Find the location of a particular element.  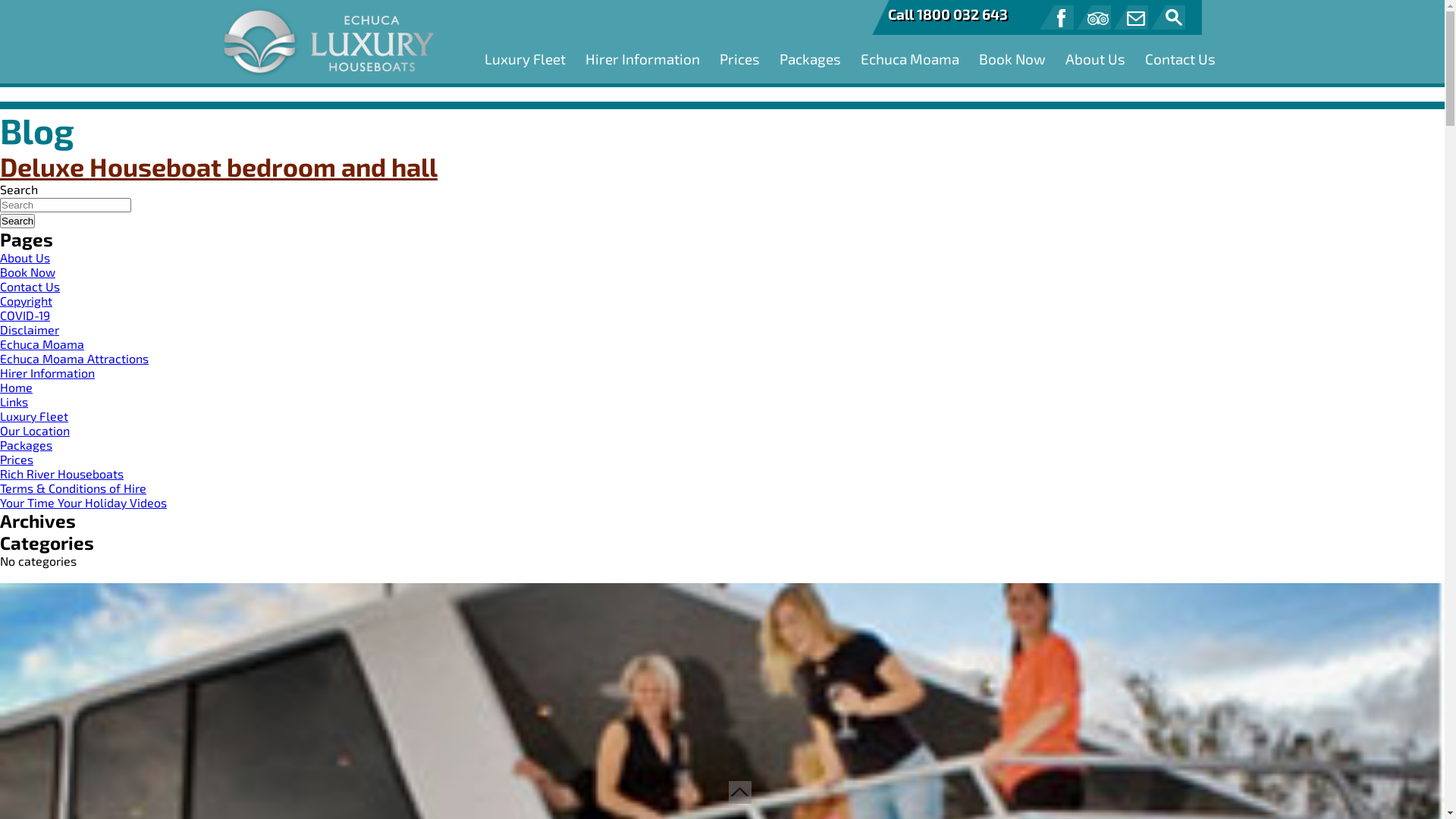

'Luxury Fleet' is located at coordinates (0, 416).